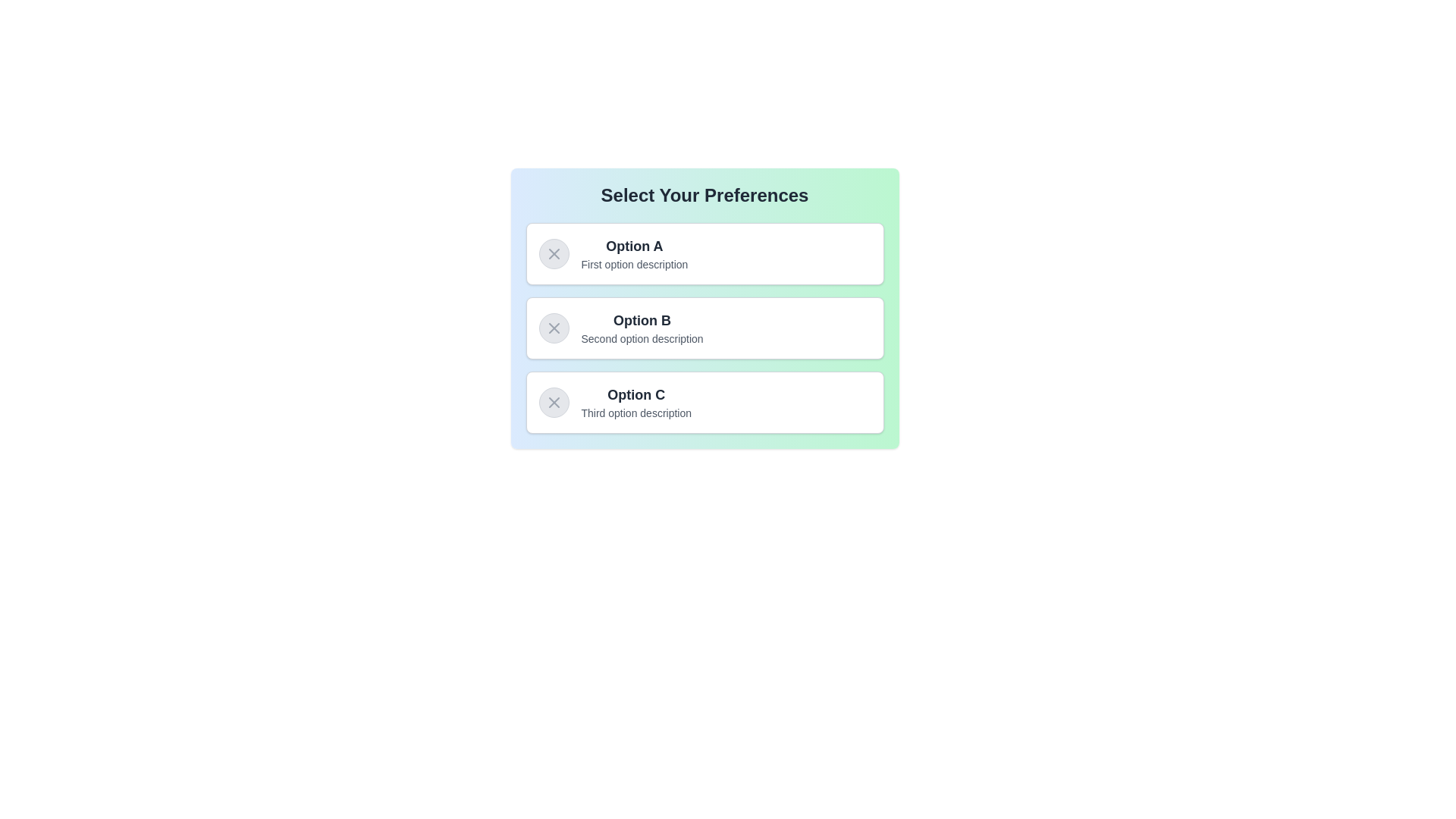  Describe the element at coordinates (636, 394) in the screenshot. I see `the text label that serves as the title for the third selectable option, located to the right of the circular icon and above the description text 'Third option description'` at that location.